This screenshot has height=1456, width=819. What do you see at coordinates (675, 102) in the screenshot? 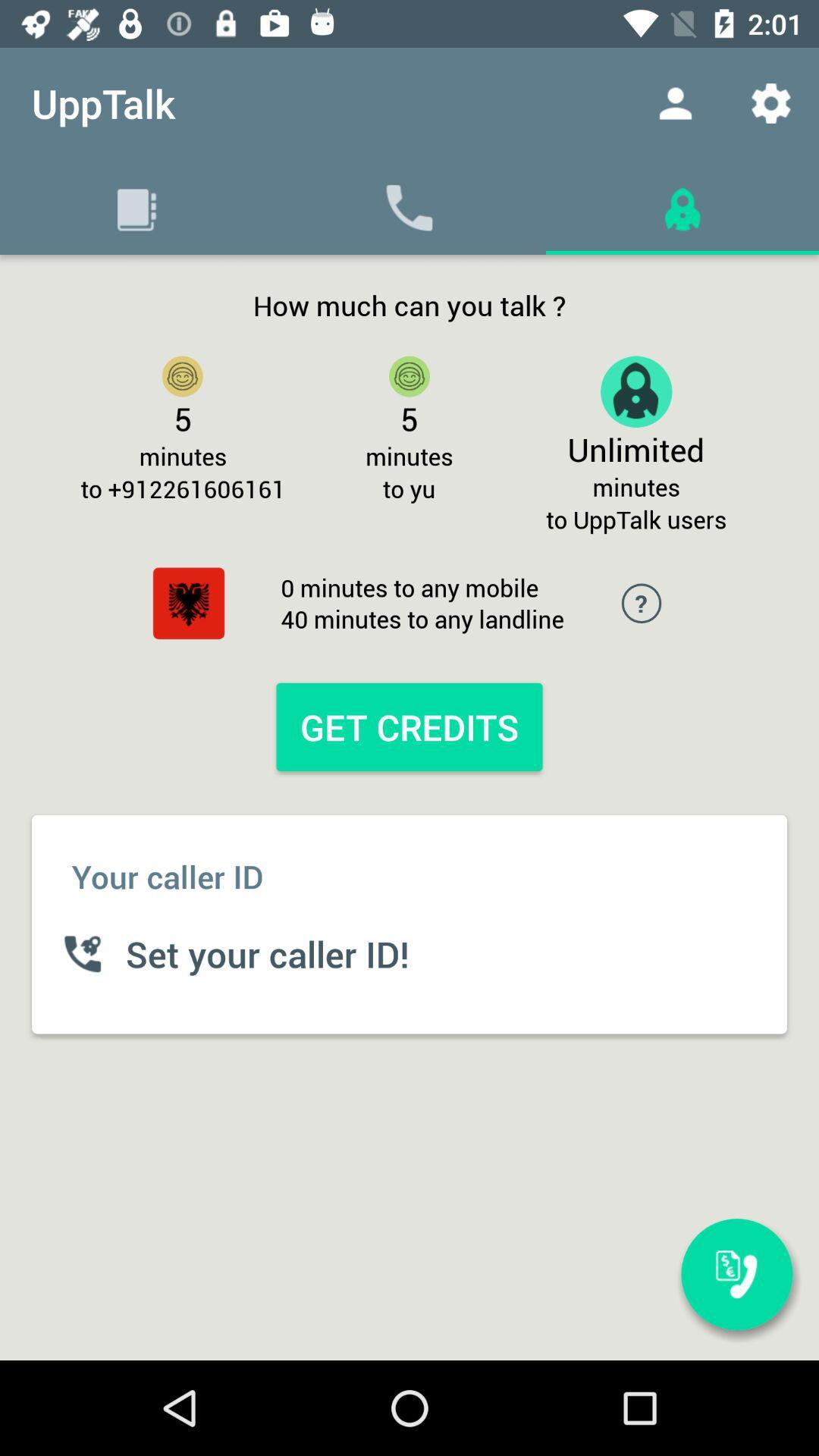
I see `the app to the right of upptalk app` at bounding box center [675, 102].